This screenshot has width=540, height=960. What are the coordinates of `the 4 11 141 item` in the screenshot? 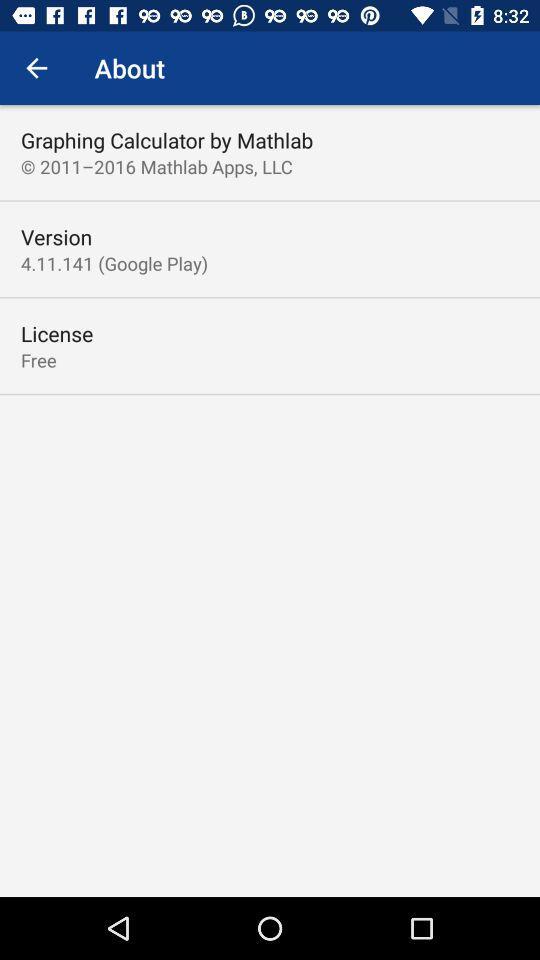 It's located at (114, 262).